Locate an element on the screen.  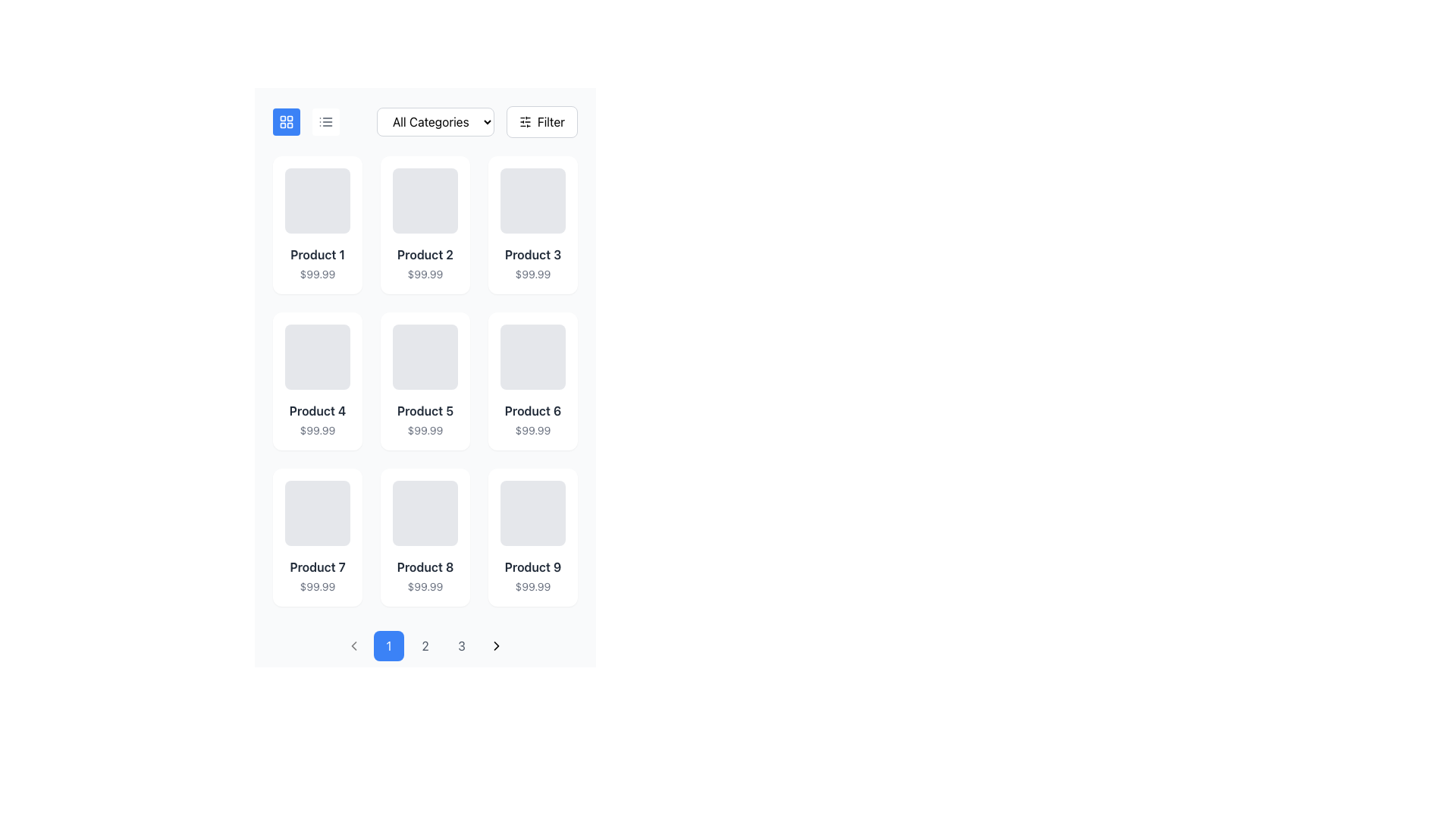
the cost of 'Product 5' is located at coordinates (425, 430).